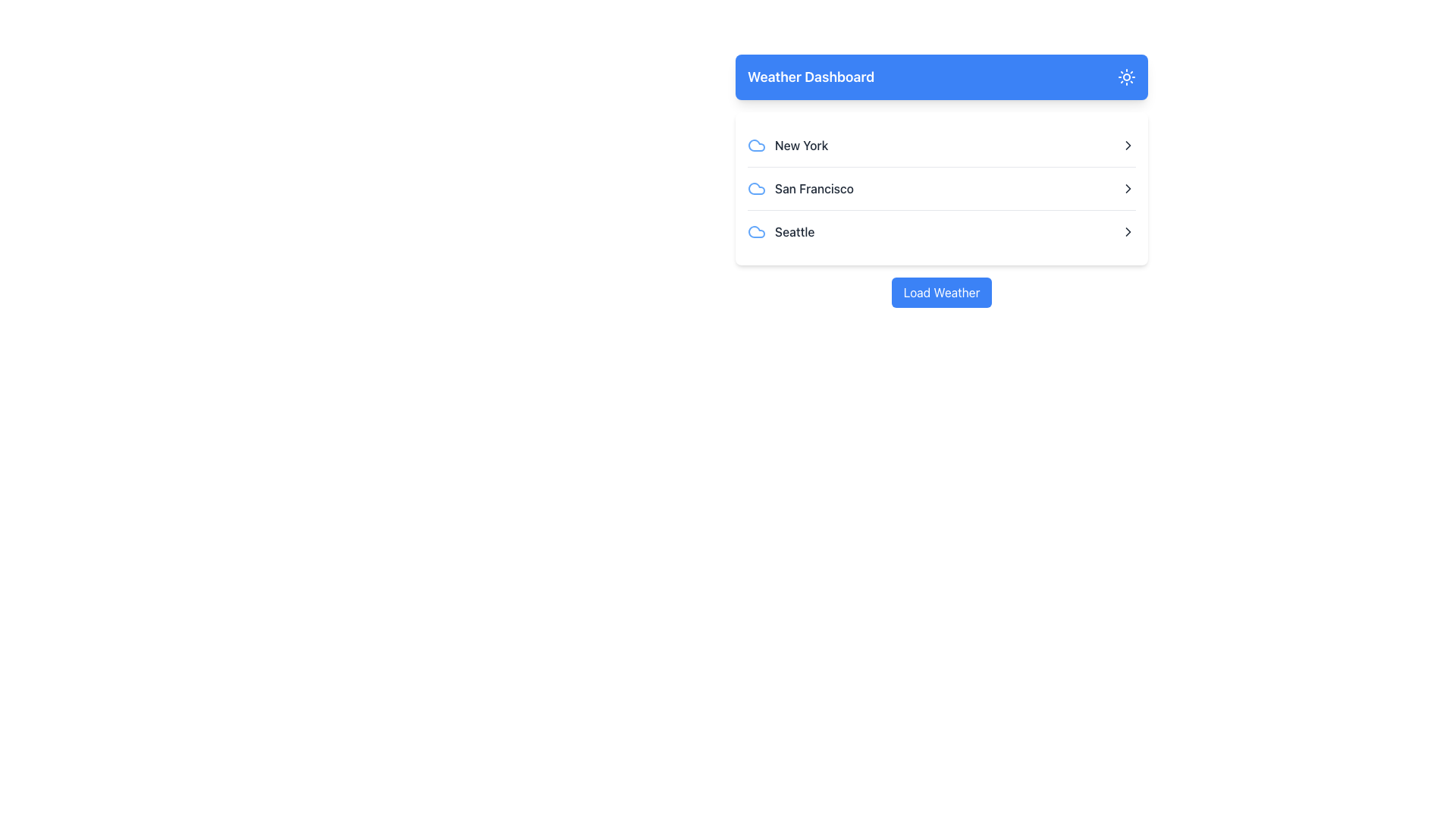 The height and width of the screenshot is (819, 1456). What do you see at coordinates (757, 146) in the screenshot?
I see `the cloud-shaped icon outlined in blue, which is located to the left of the text 'New York' in the first row of the 'Weather Dashboard' card` at bounding box center [757, 146].